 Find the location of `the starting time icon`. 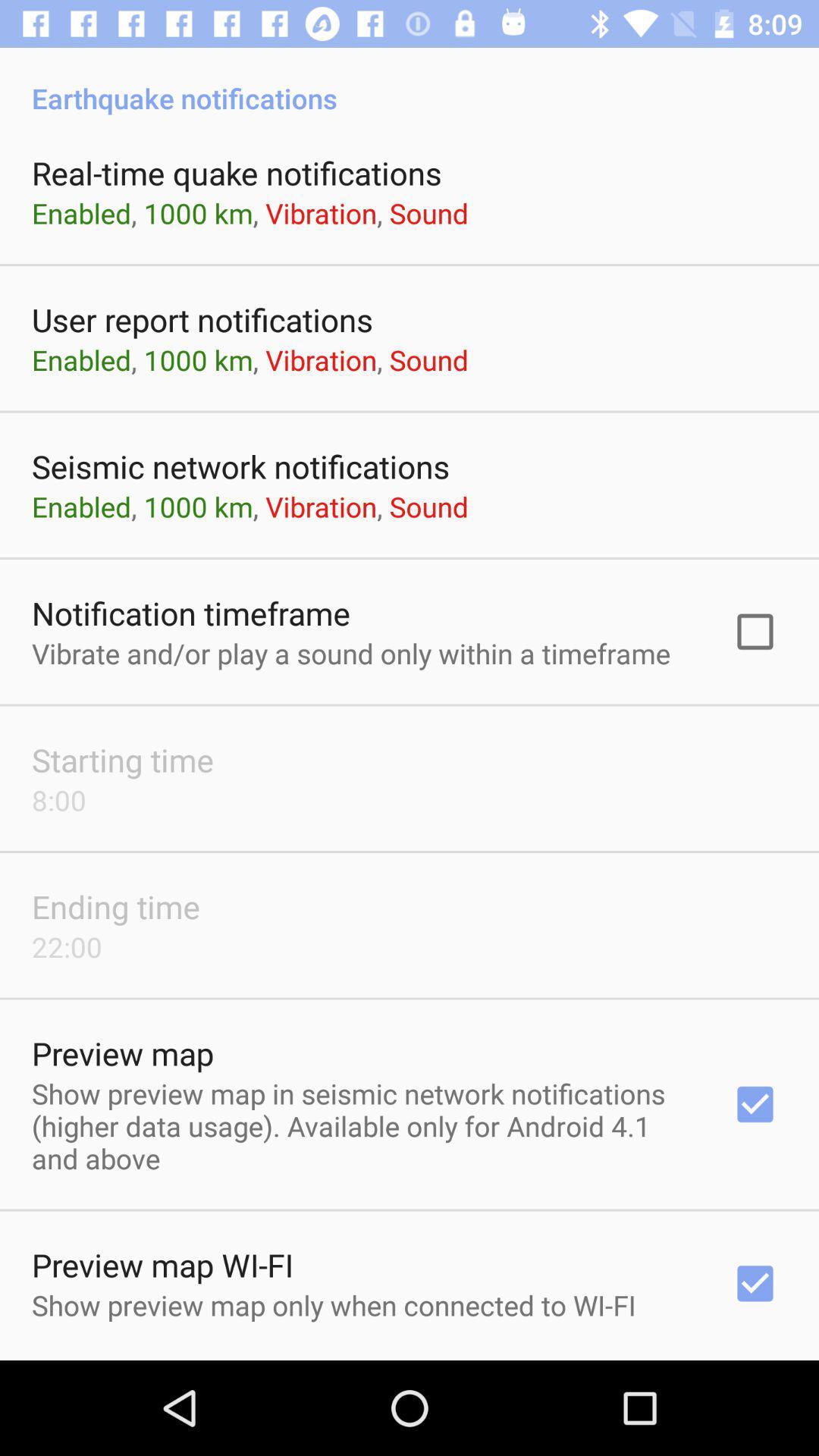

the starting time icon is located at coordinates (122, 760).